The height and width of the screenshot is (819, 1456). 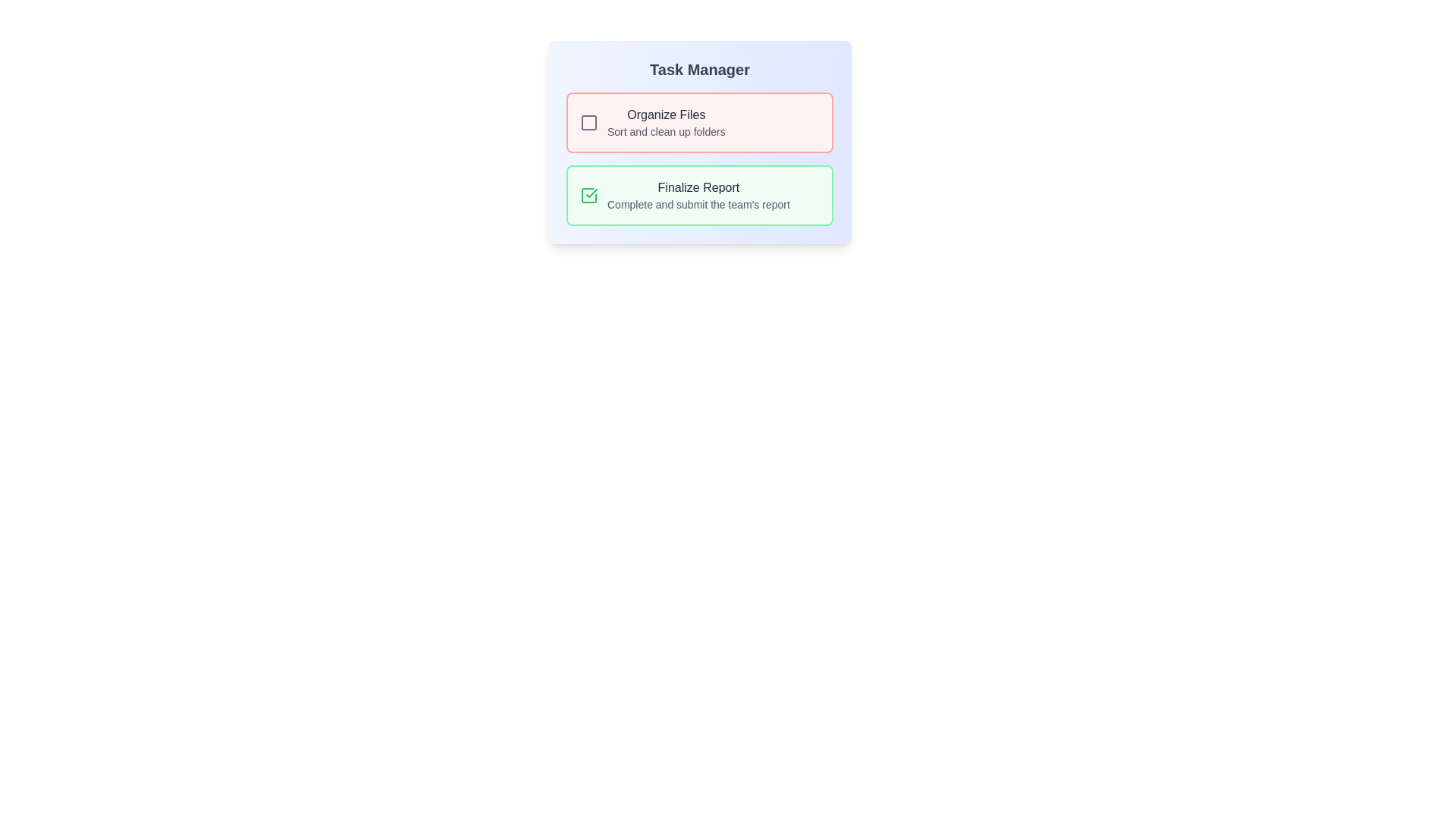 I want to click on the informational text element displaying 'Finalize Report' in a light green box, located directly to the right of a green checkmark icon, so click(x=698, y=195).